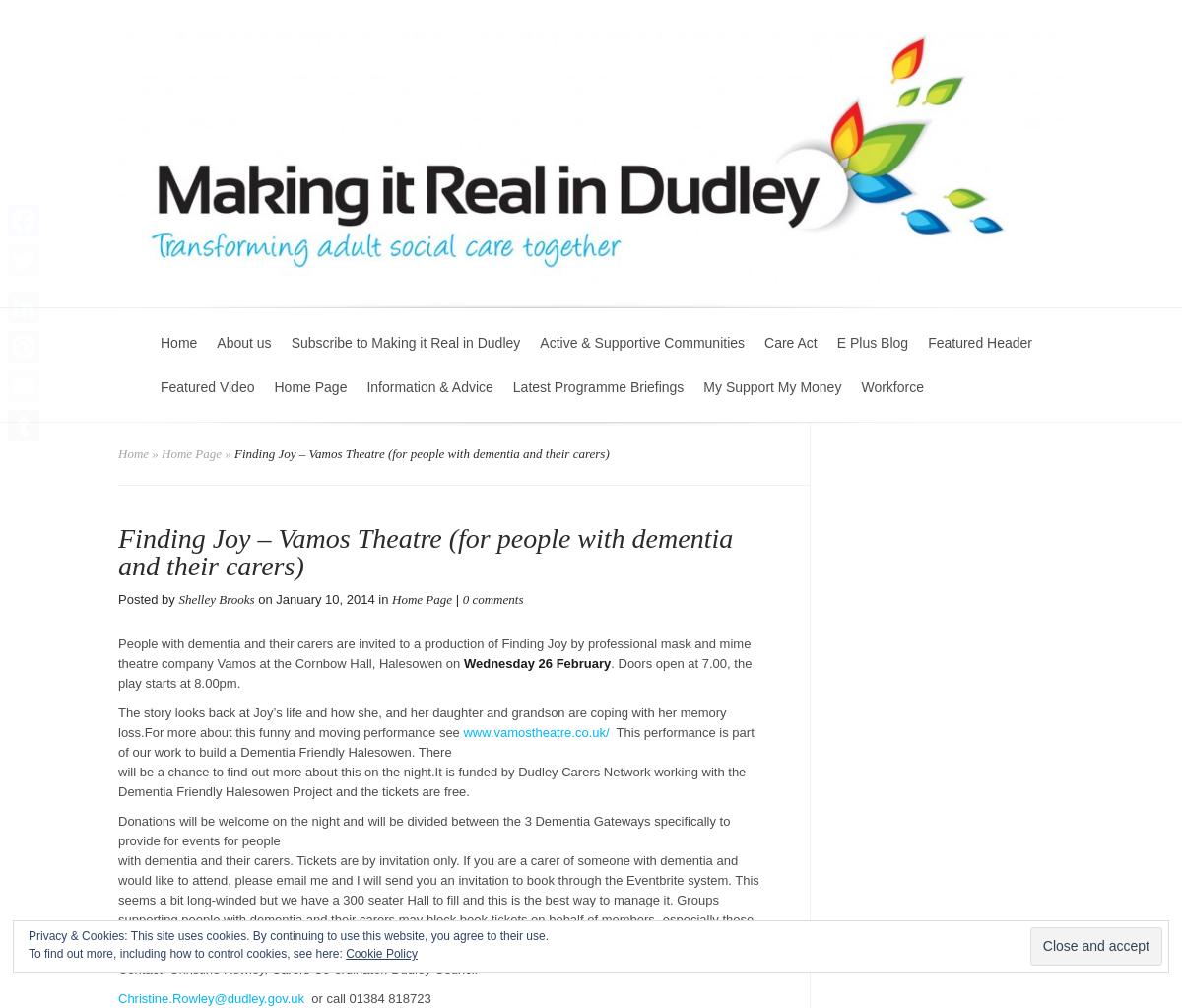 This screenshot has width=1182, height=1008. Describe the element at coordinates (422, 722) in the screenshot. I see `'The story looks back at Joy’s life and how she, and her daughter and grandson are coping with her memory loss.For more about this funny and moving performance see'` at that location.